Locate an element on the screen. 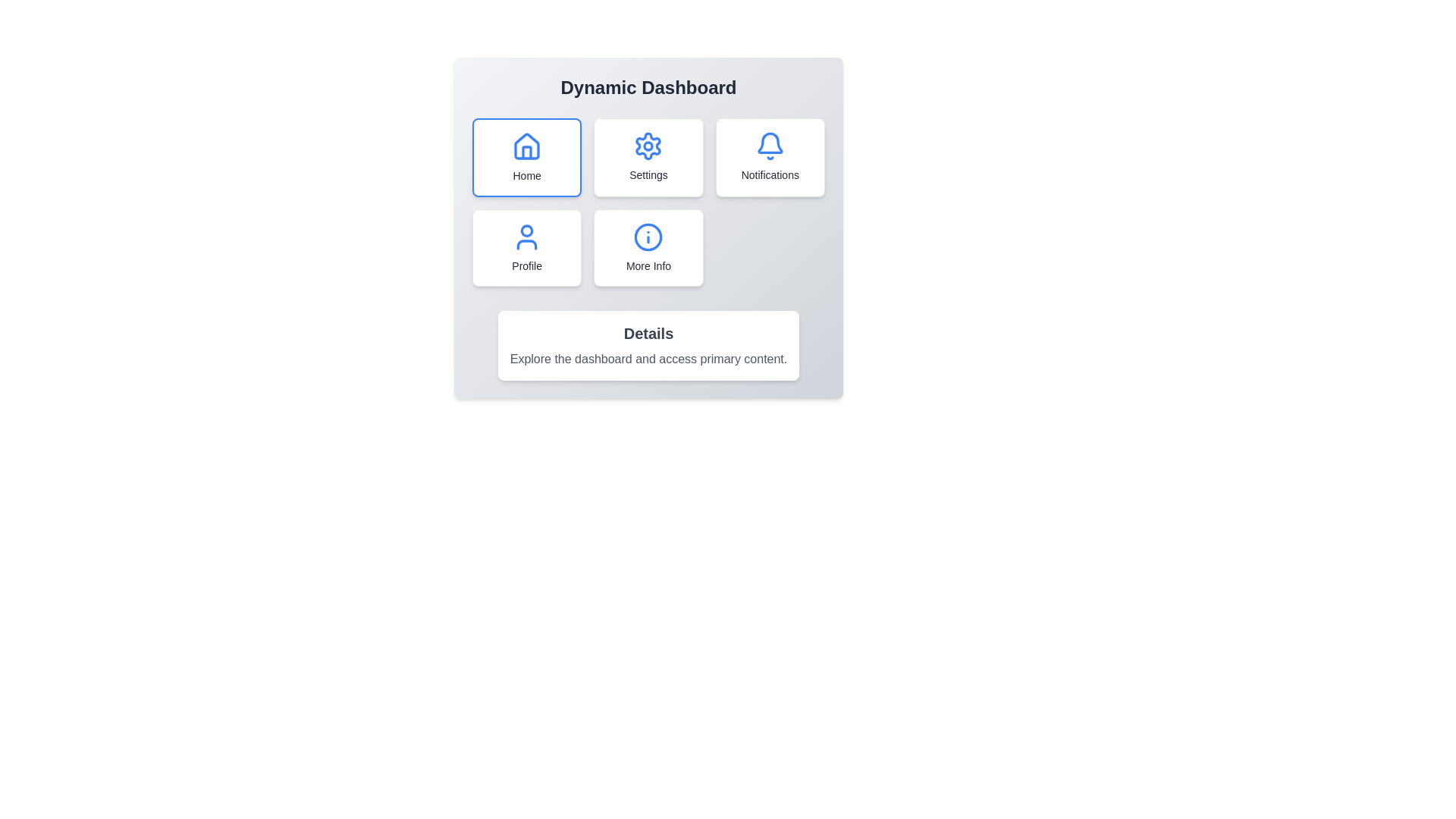  the 'More Info' button, which has a white background, a light gray border, rounded corners, and contains an 'i' icon in a blue circle with 'More Info' text is located at coordinates (648, 247).